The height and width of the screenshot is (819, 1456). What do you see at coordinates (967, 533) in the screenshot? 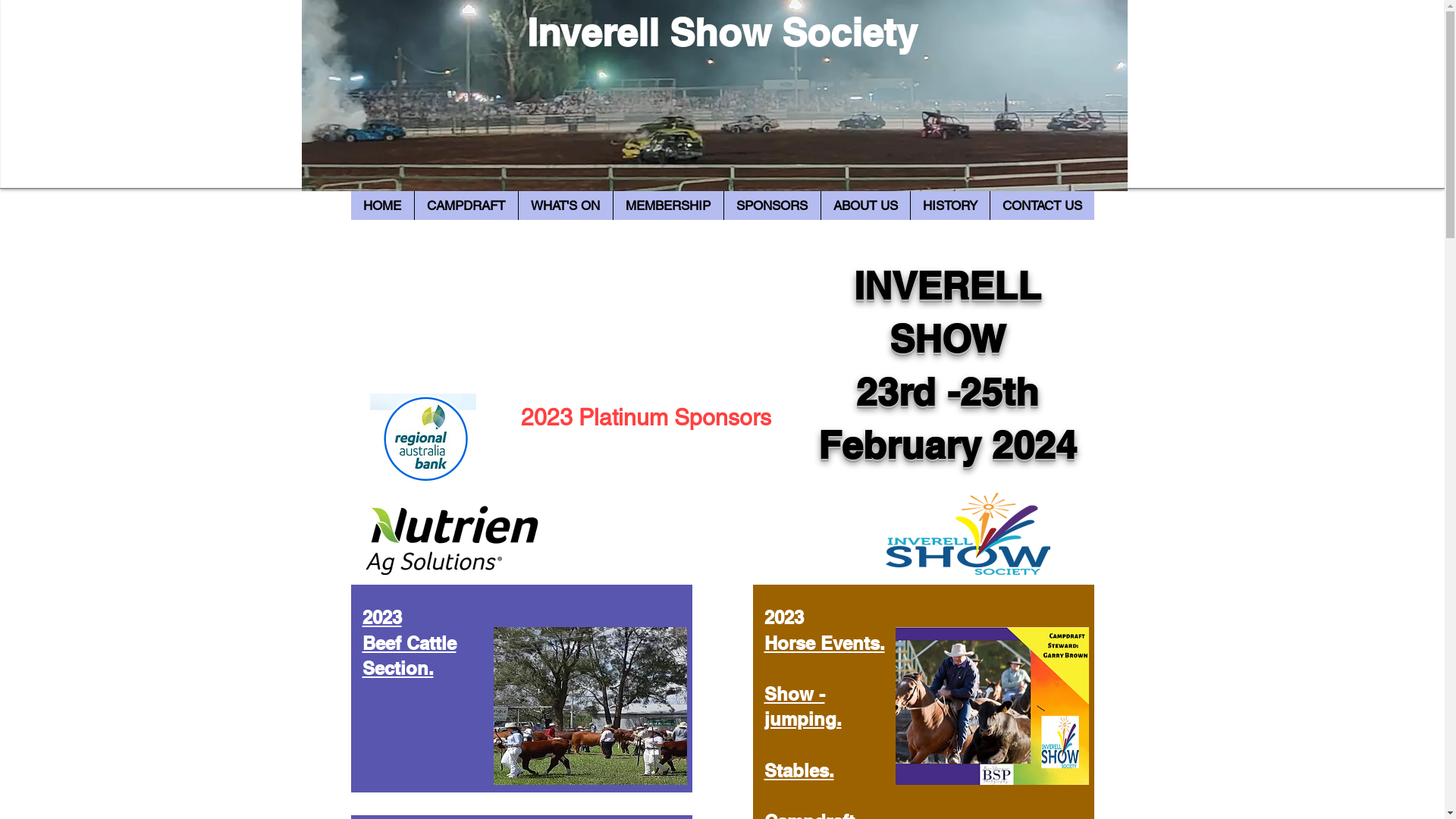
I see `'INVERELL SHOW logo.png'` at bounding box center [967, 533].